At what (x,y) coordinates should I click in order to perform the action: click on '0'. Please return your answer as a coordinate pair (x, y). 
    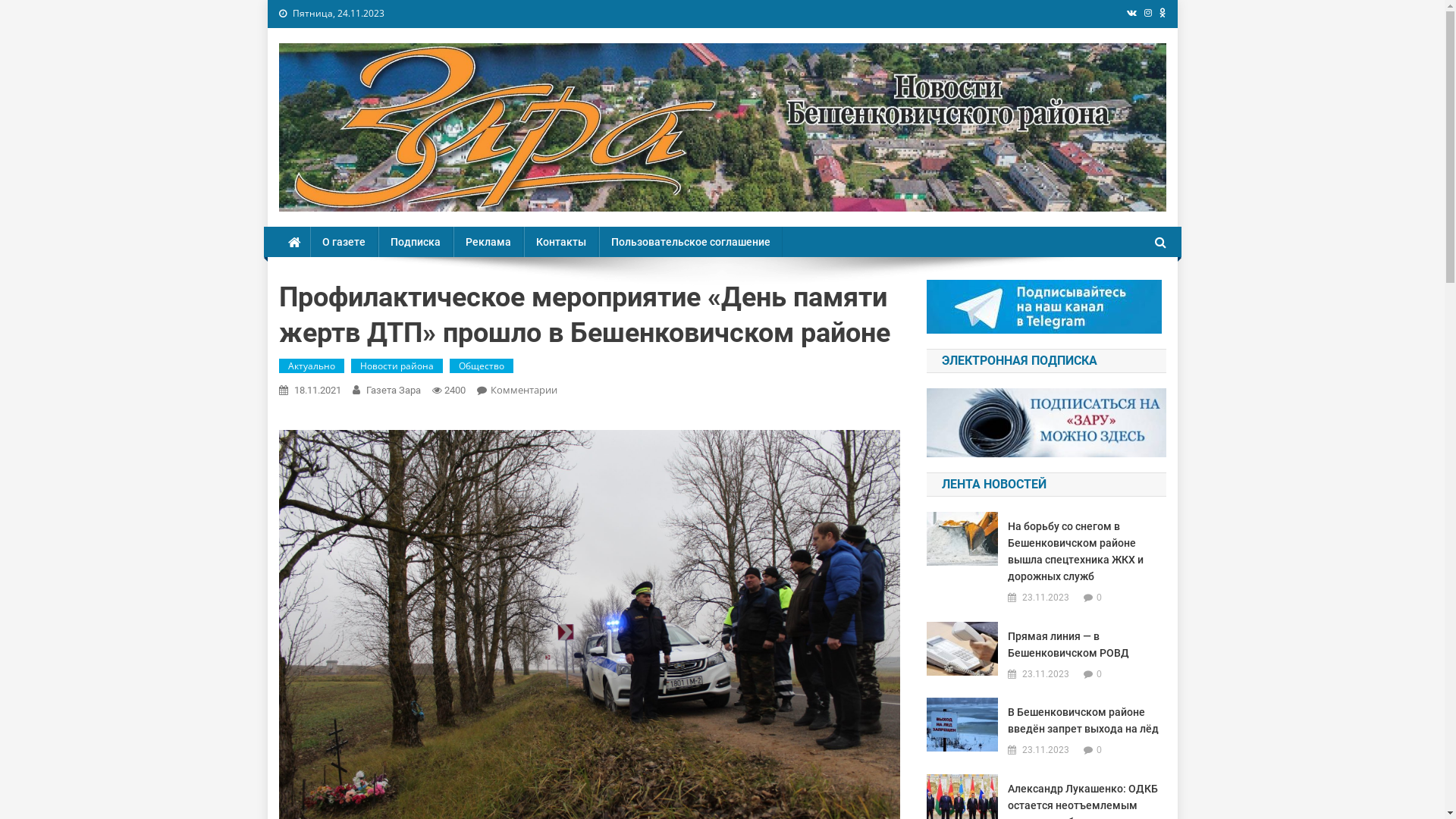
    Looking at the image, I should click on (1099, 596).